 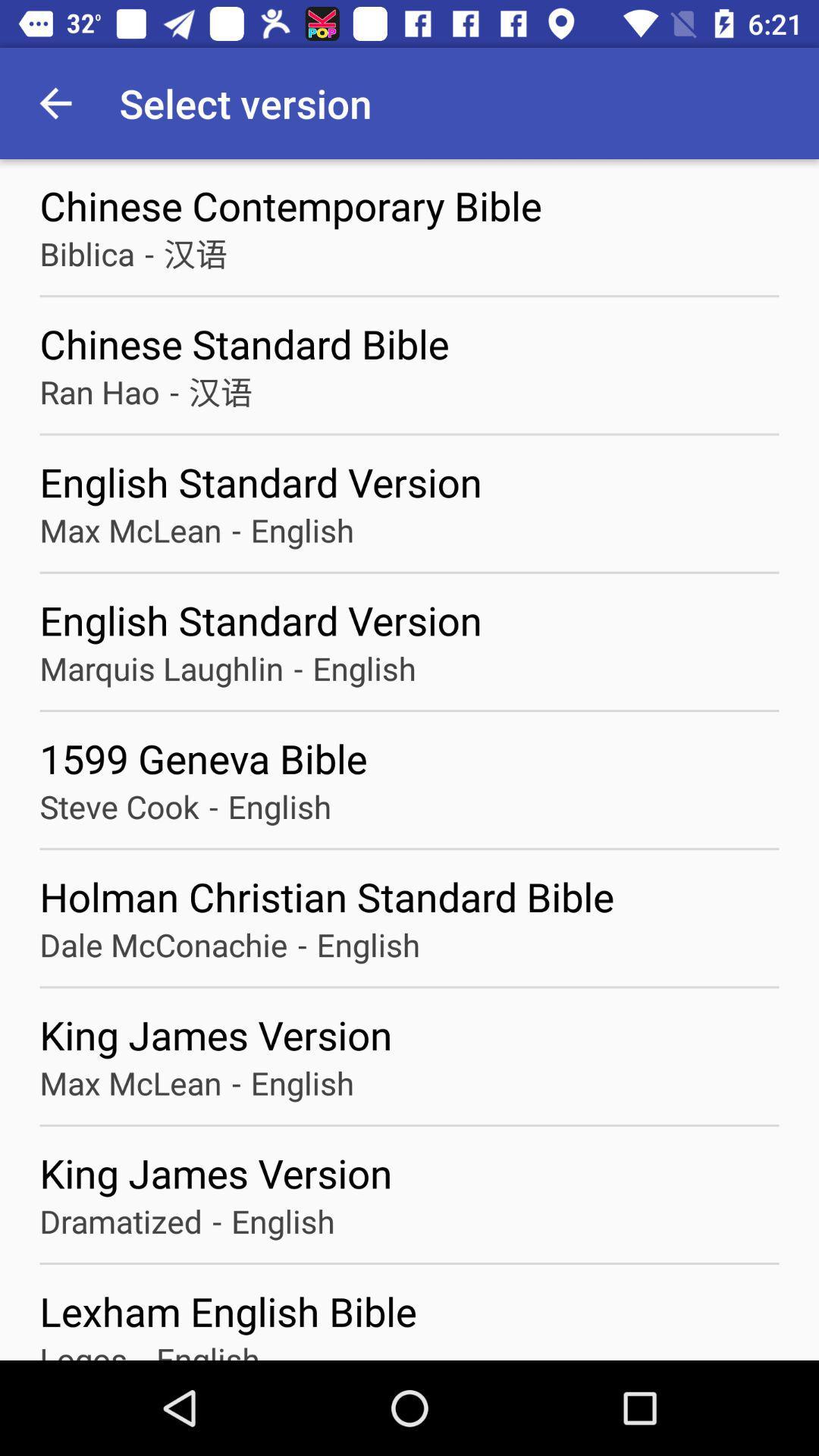 I want to click on icon above english standard version, so click(x=220, y=391).